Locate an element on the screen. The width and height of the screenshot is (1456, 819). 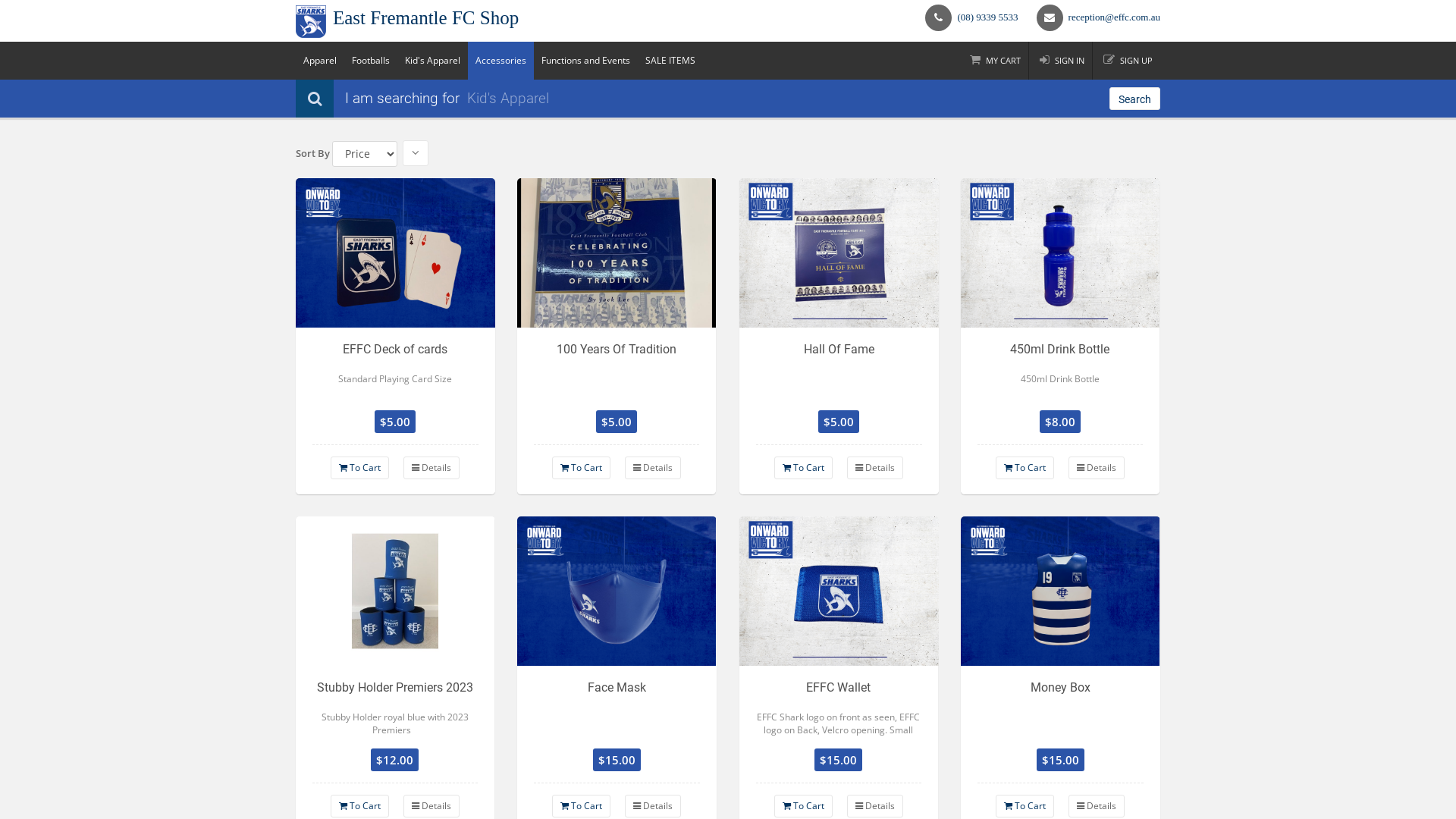
'Face Mask' is located at coordinates (617, 590).